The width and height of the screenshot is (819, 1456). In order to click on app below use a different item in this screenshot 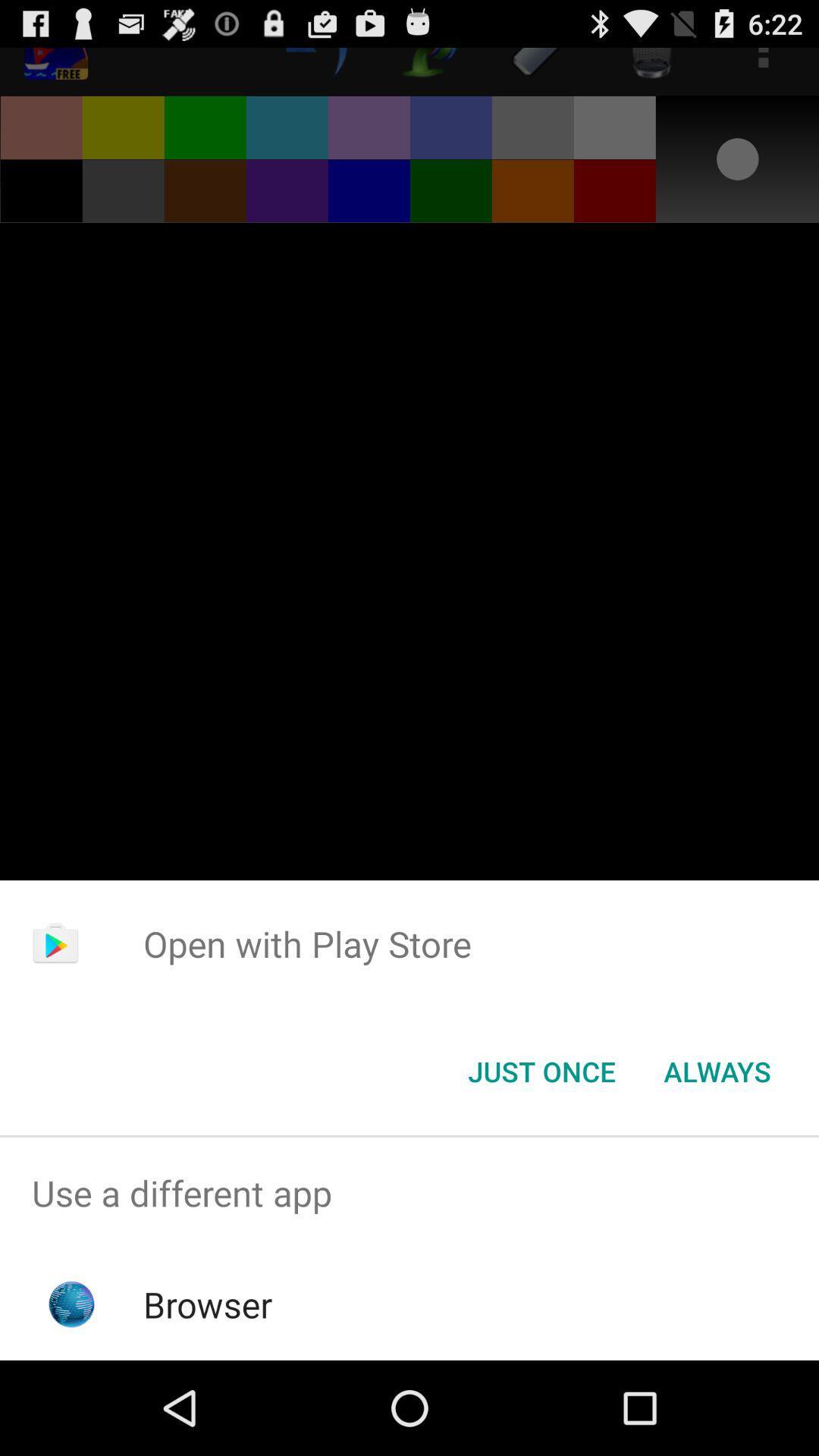, I will do `click(208, 1304)`.